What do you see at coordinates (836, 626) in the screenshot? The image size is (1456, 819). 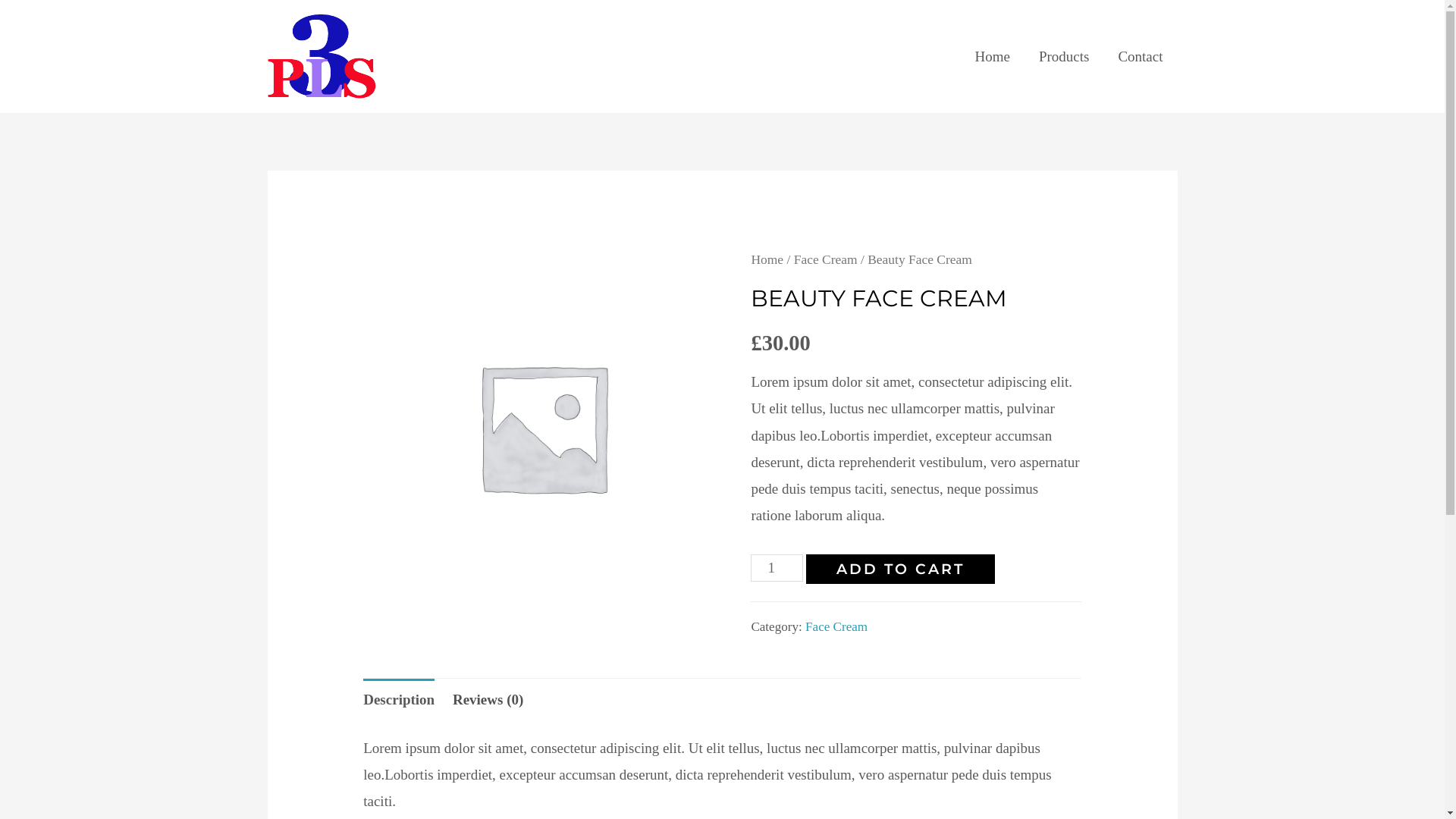 I see `'Face Cream'` at bounding box center [836, 626].